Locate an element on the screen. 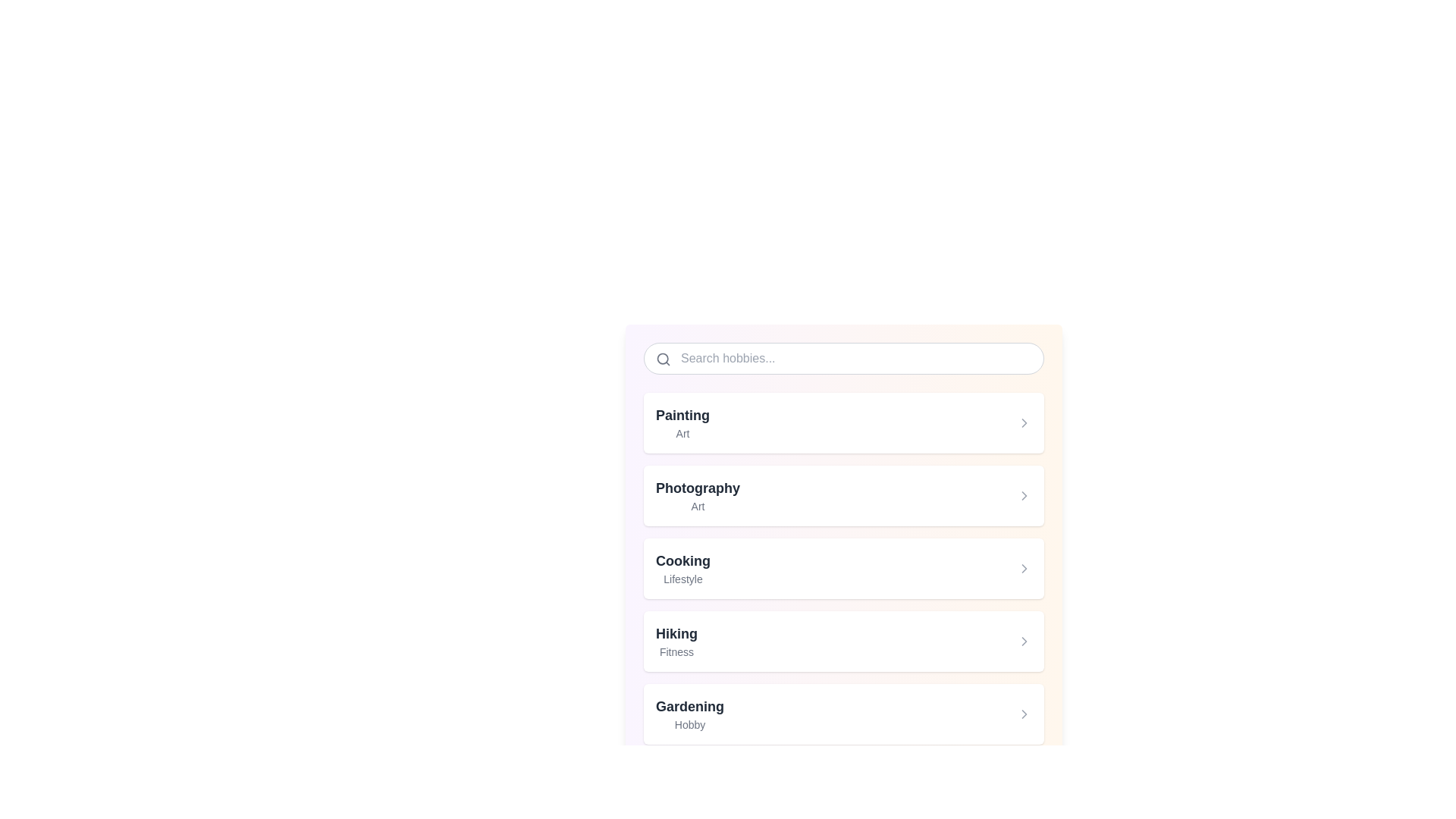  the text label that says 'Painting' in bold and 'Art' in smaller font, which is the first item in a vertical list under a search bar is located at coordinates (682, 423).